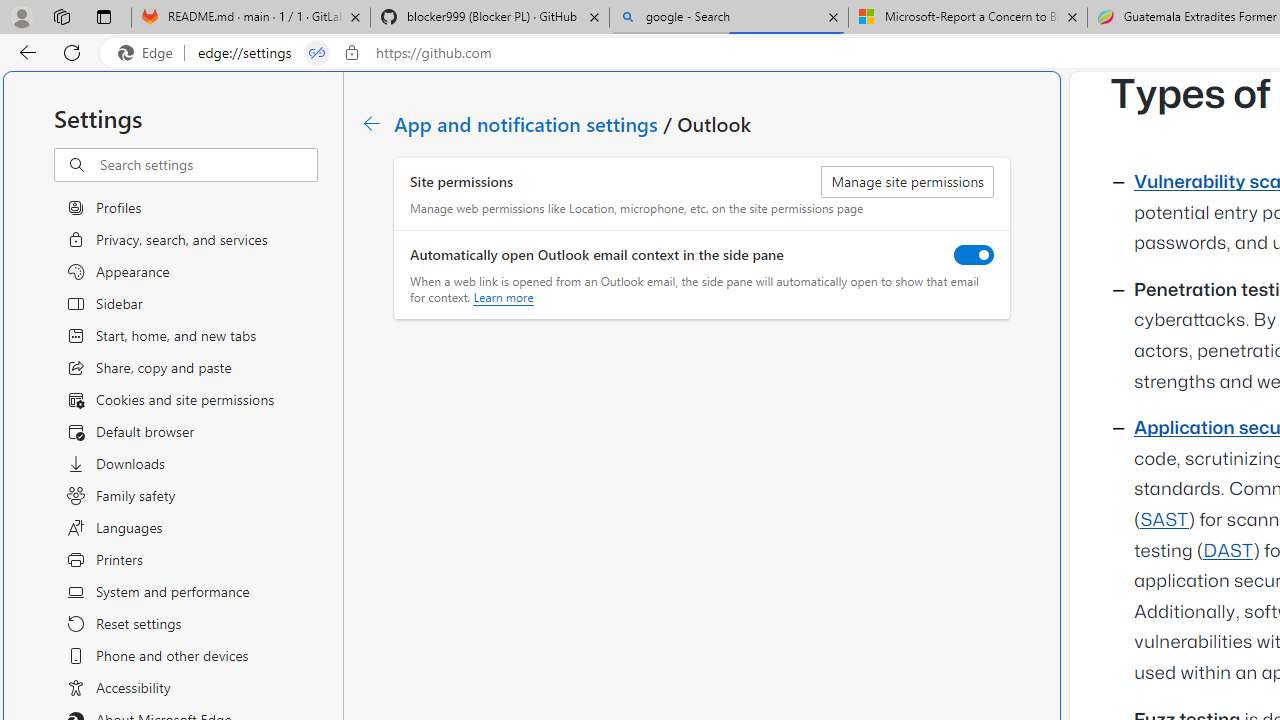 The width and height of the screenshot is (1280, 720). What do you see at coordinates (372, 123) in the screenshot?
I see `'Go back to App and notification settings page.'` at bounding box center [372, 123].